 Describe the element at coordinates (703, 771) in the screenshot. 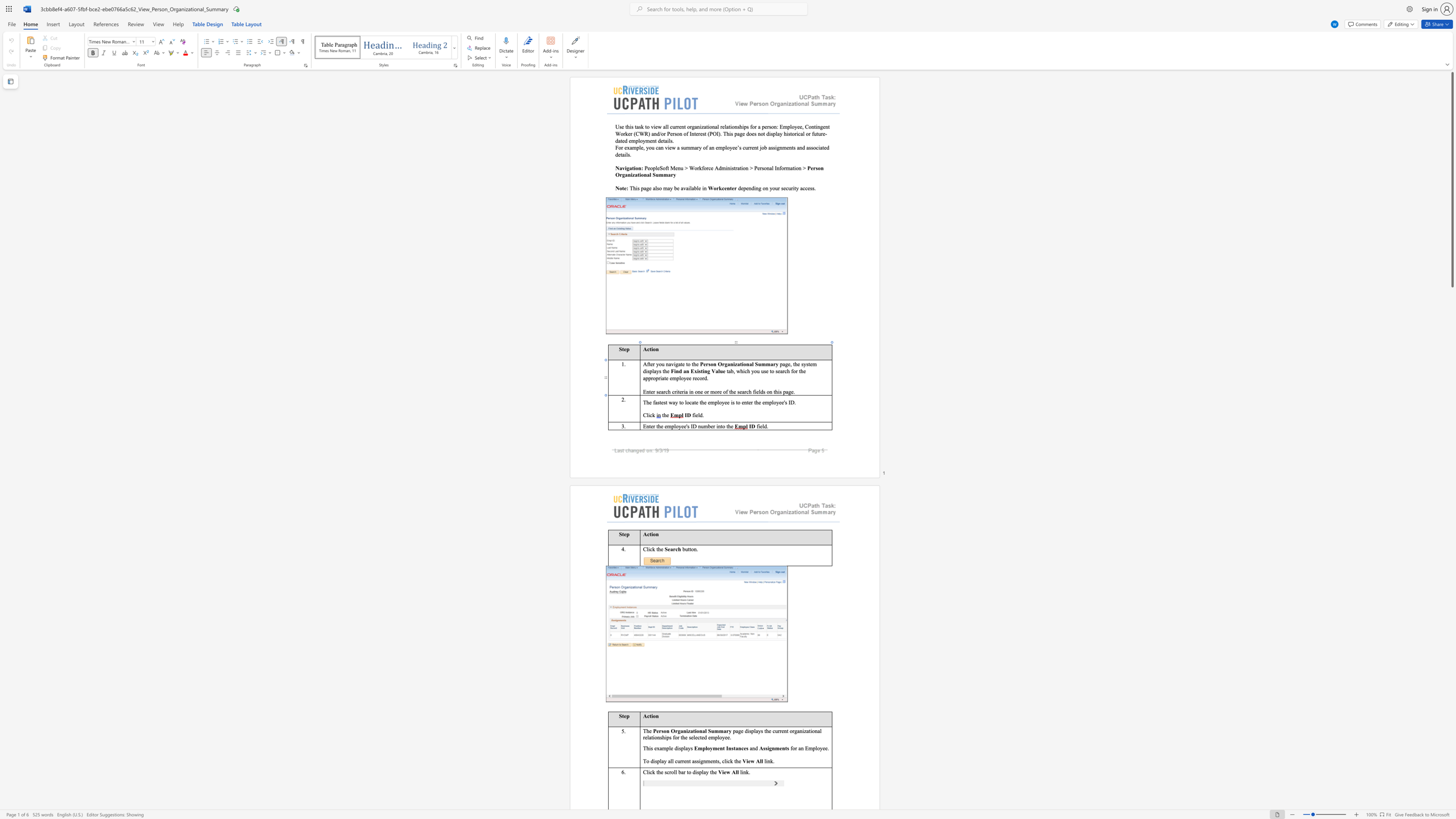

I see `the space between the continuous character "l" and "a" in the text` at that location.